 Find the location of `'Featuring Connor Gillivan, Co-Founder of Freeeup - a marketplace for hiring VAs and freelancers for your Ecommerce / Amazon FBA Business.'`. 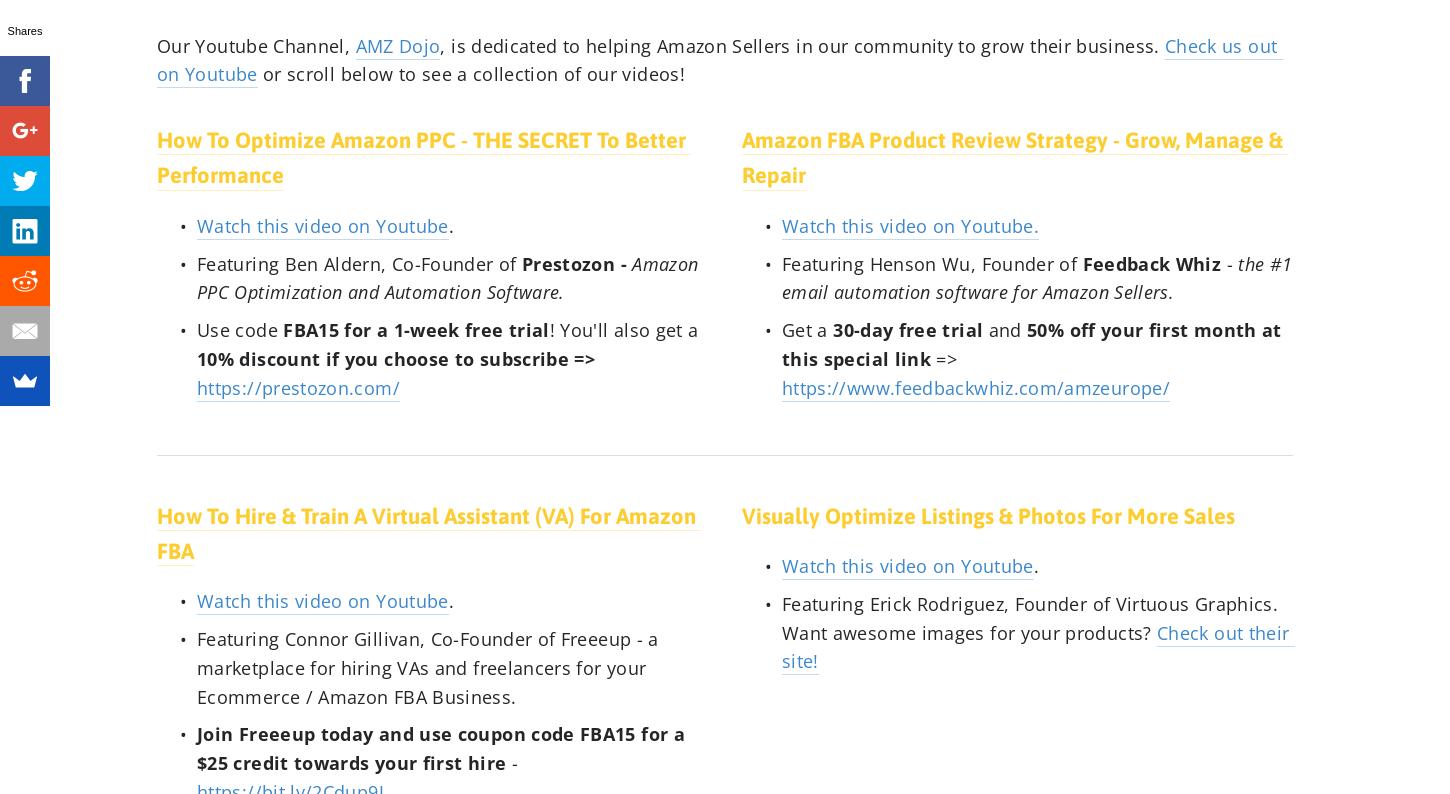

'Featuring Connor Gillivan, Co-Founder of Freeeup - a marketplace for hiring VAs and freelancers for your Ecommerce / Amazon FBA Business.' is located at coordinates (429, 666).